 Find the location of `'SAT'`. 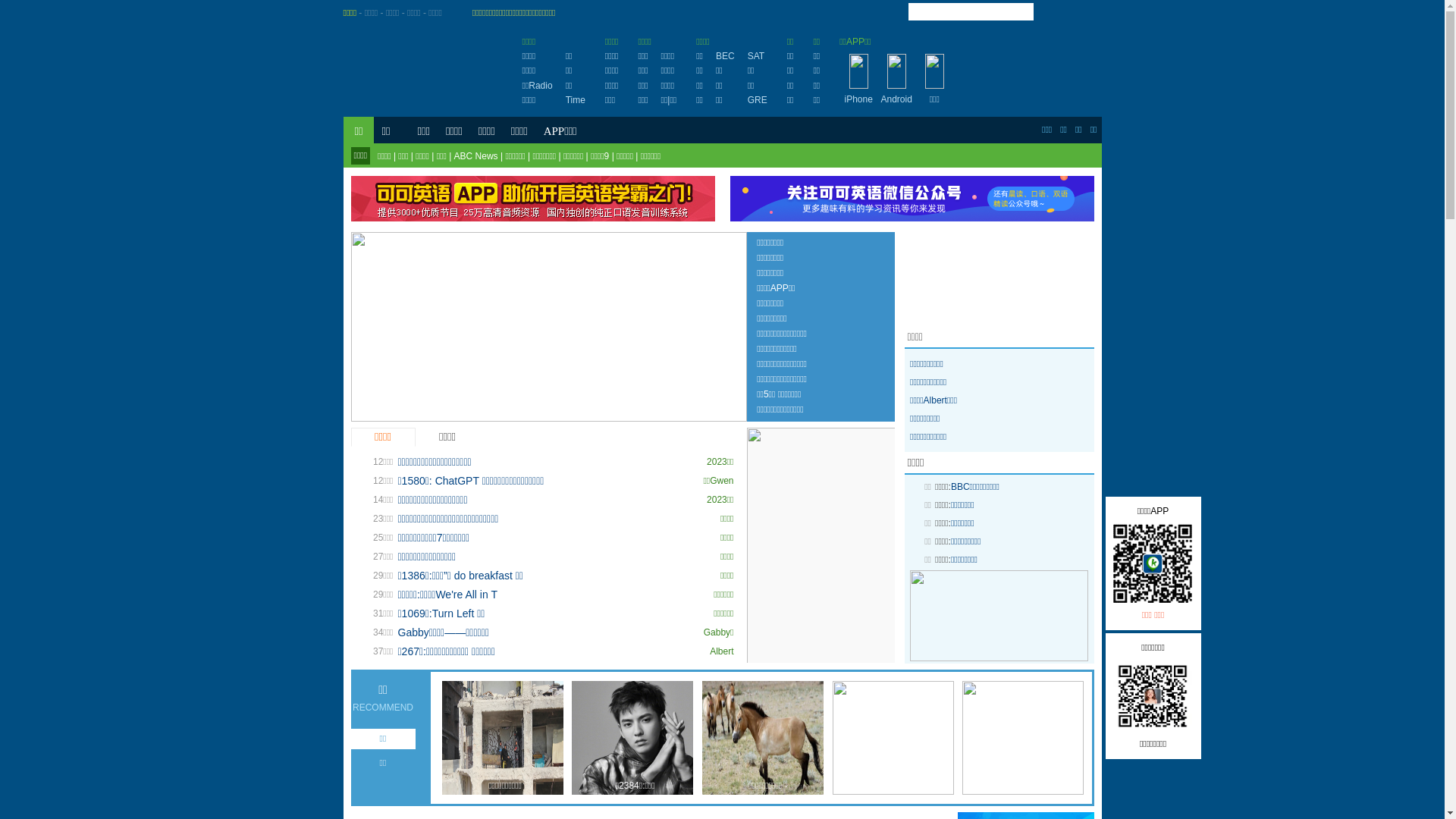

'SAT' is located at coordinates (756, 55).